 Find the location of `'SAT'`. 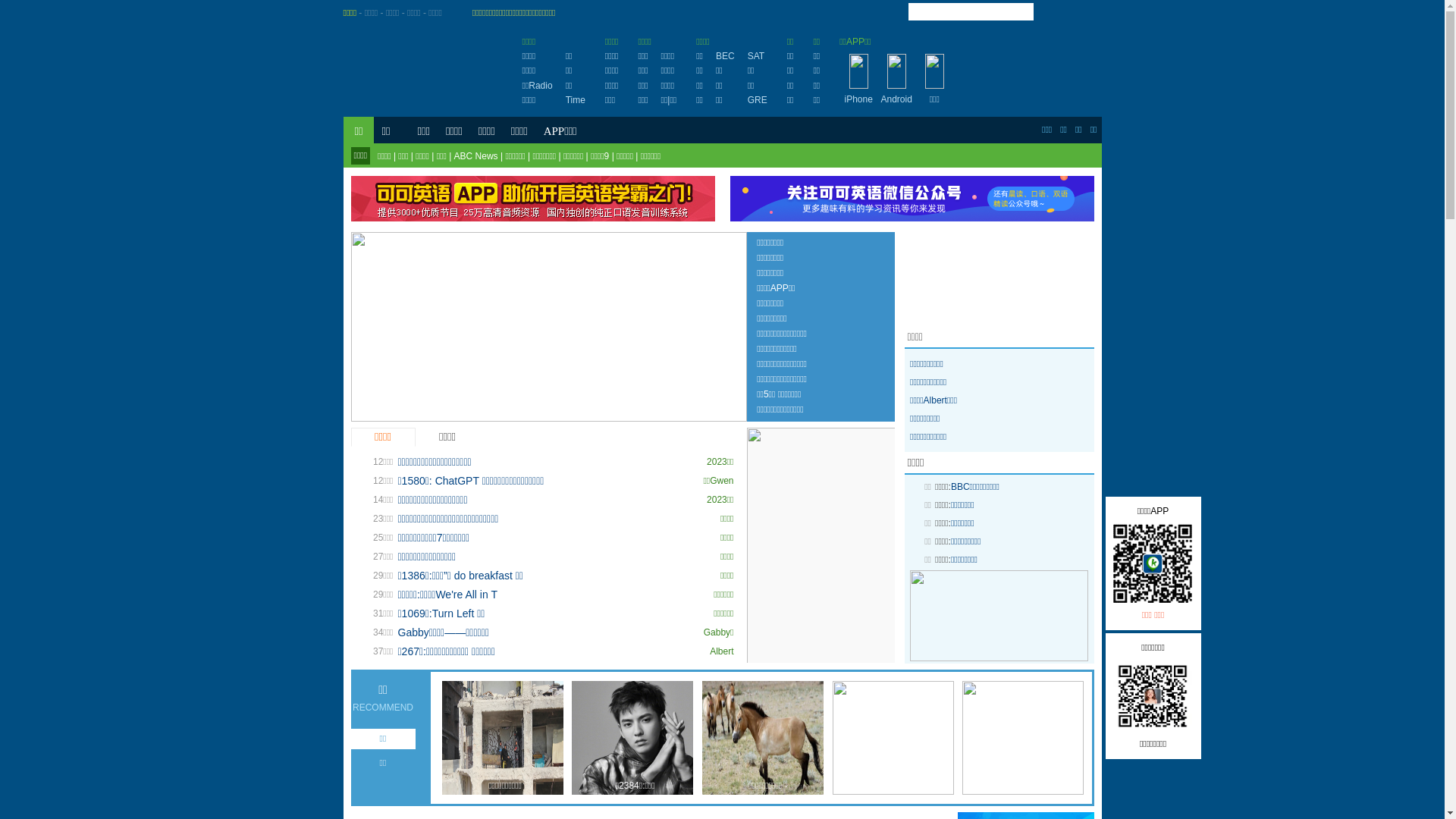

'SAT' is located at coordinates (756, 55).